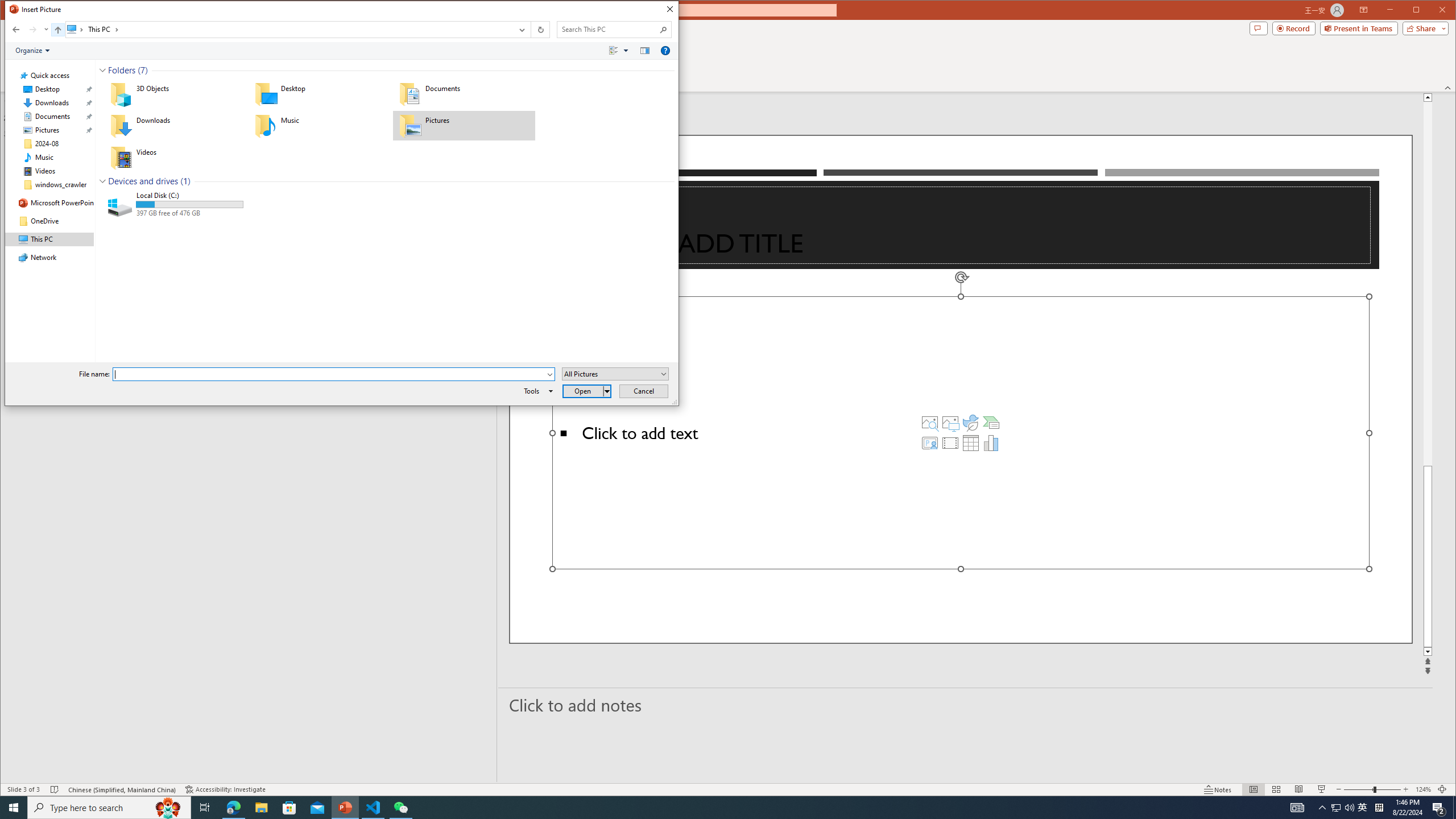  I want to click on 'Navigation buttons', so click(28, 29).